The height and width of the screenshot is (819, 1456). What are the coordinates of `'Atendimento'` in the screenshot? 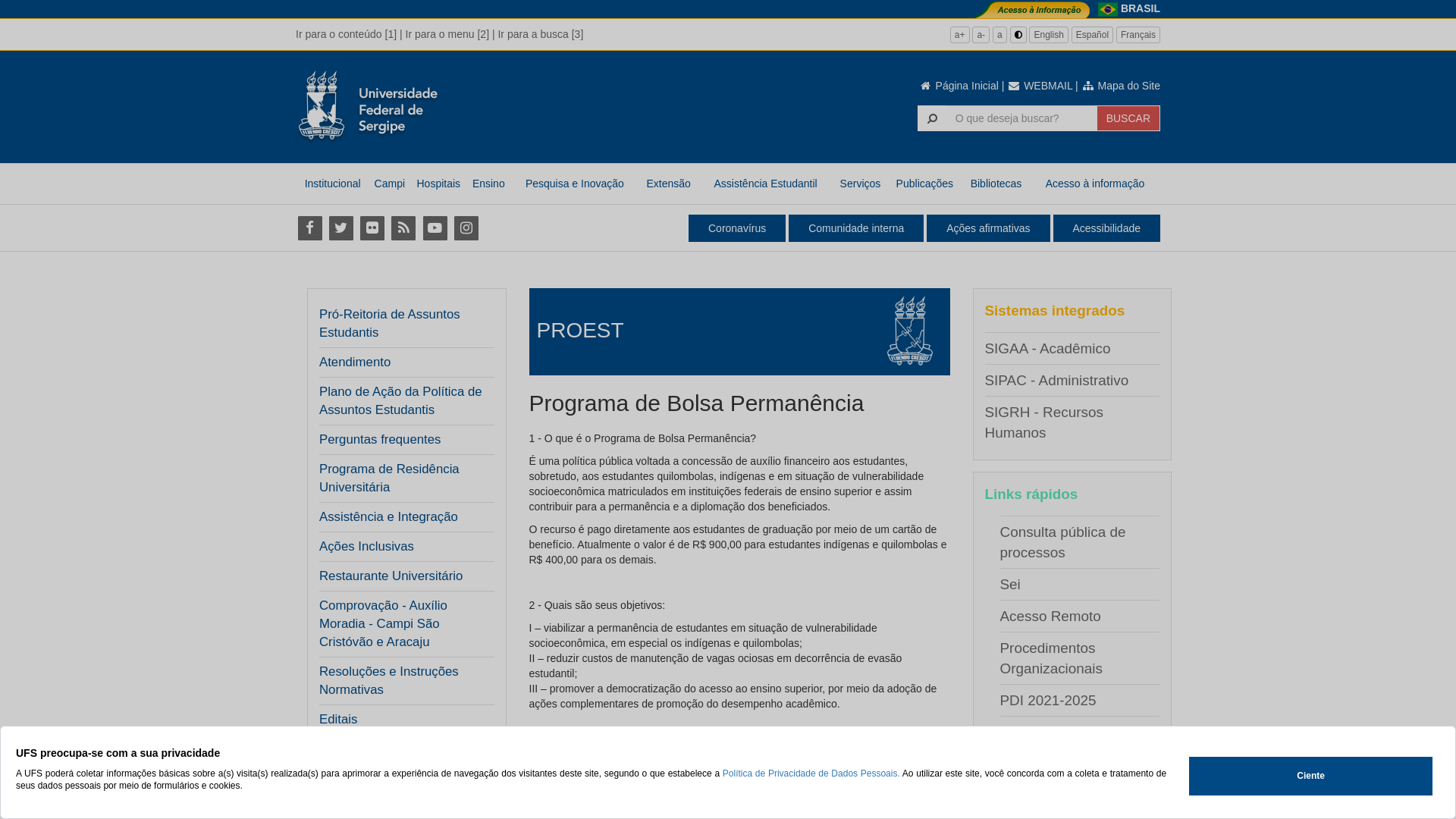 It's located at (354, 362).